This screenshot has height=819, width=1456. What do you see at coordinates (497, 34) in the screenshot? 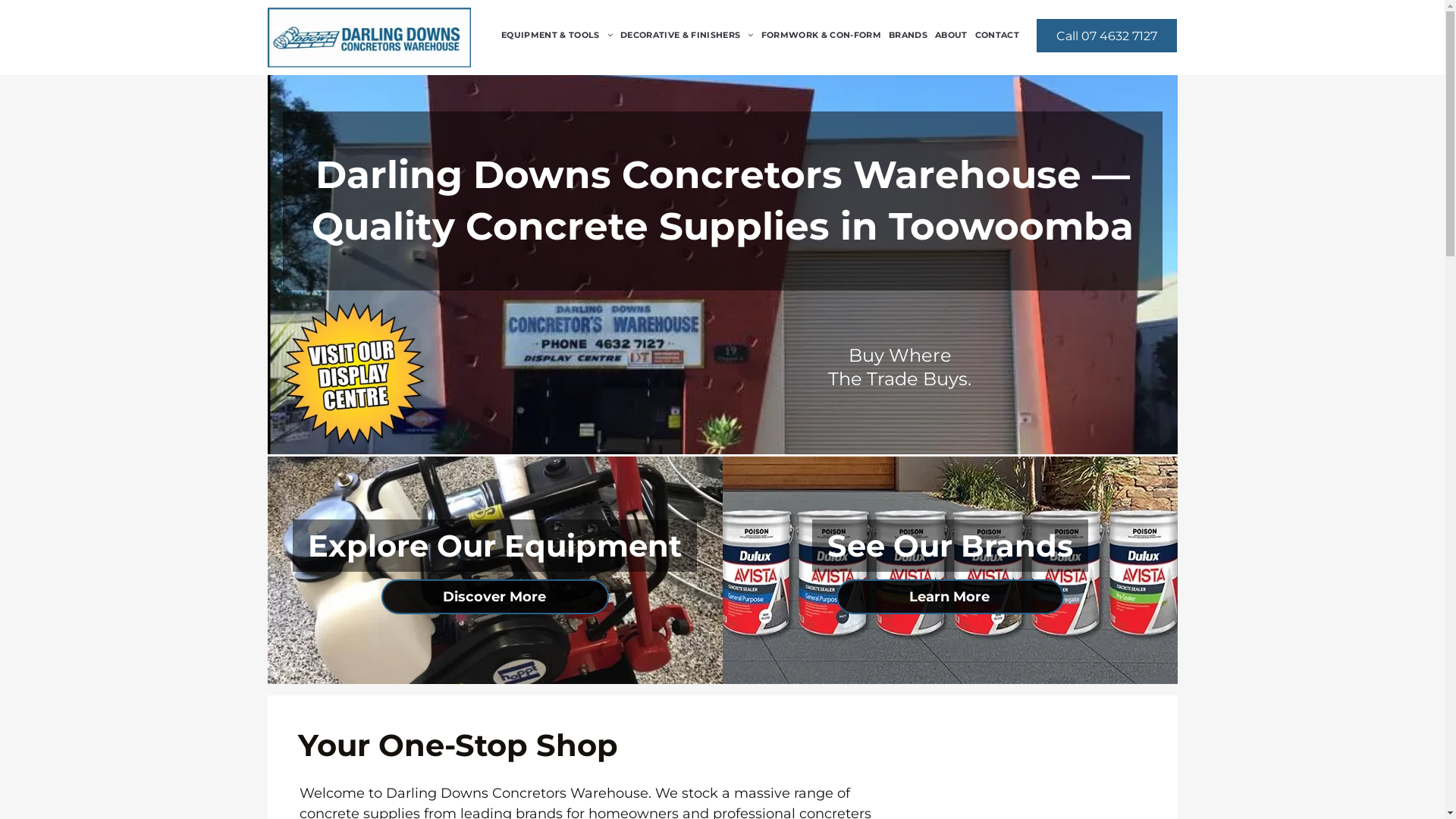
I see `'EQUIPMENT & TOOLS'` at bounding box center [497, 34].